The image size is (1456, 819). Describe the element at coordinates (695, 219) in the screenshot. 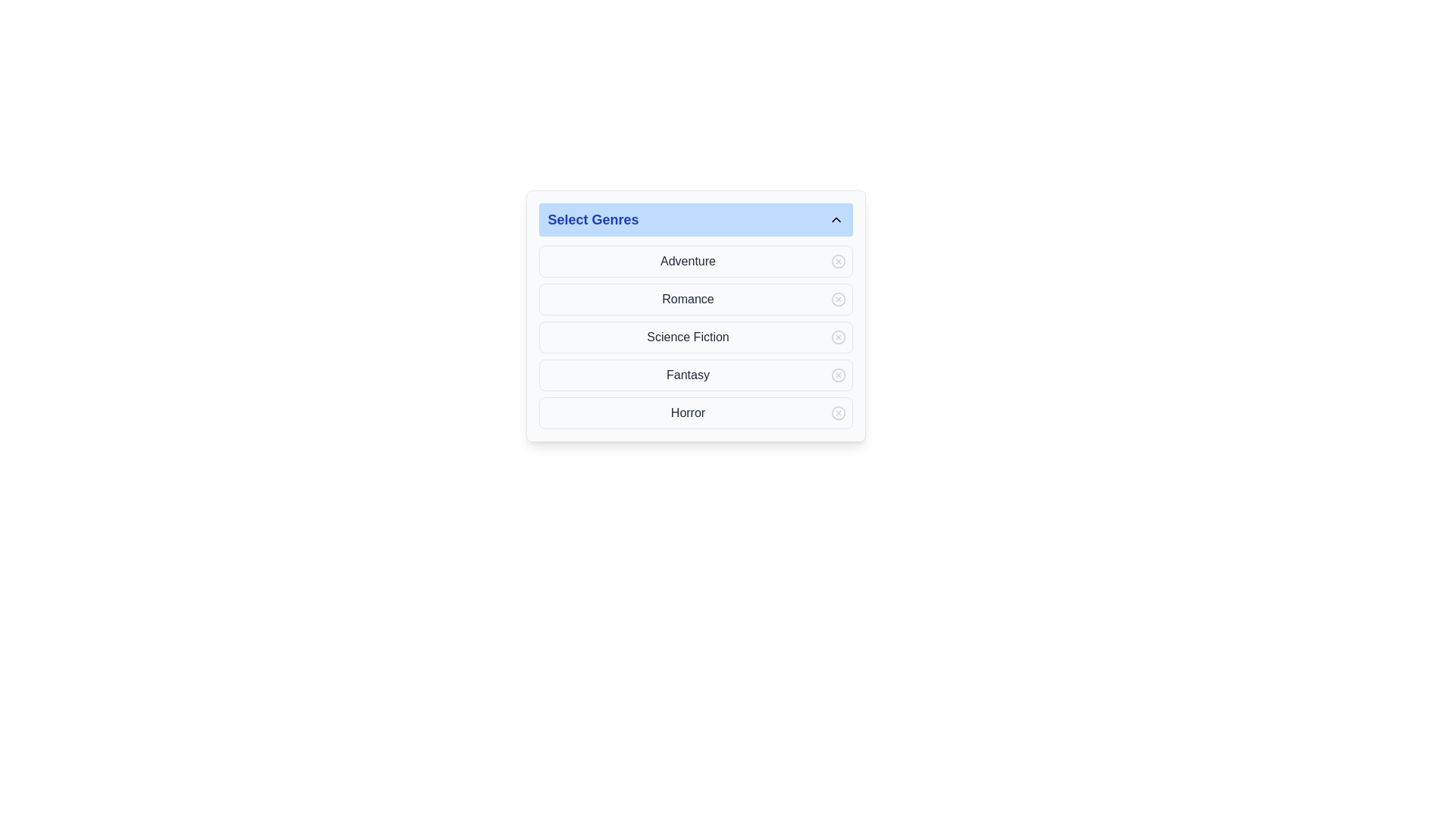

I see `the dropdown toggle button located at the top of the card section` at that location.